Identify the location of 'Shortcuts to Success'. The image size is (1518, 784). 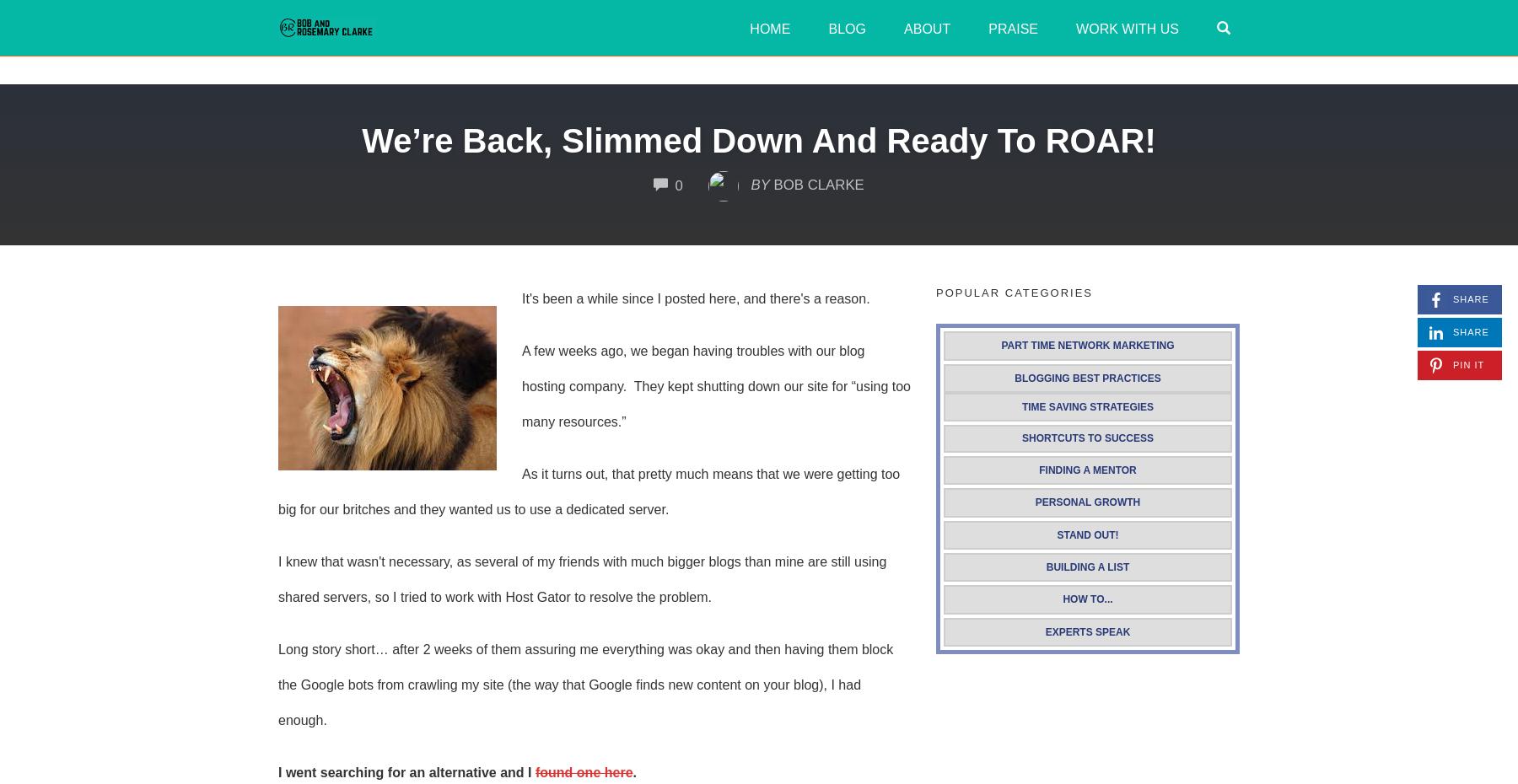
(1087, 437).